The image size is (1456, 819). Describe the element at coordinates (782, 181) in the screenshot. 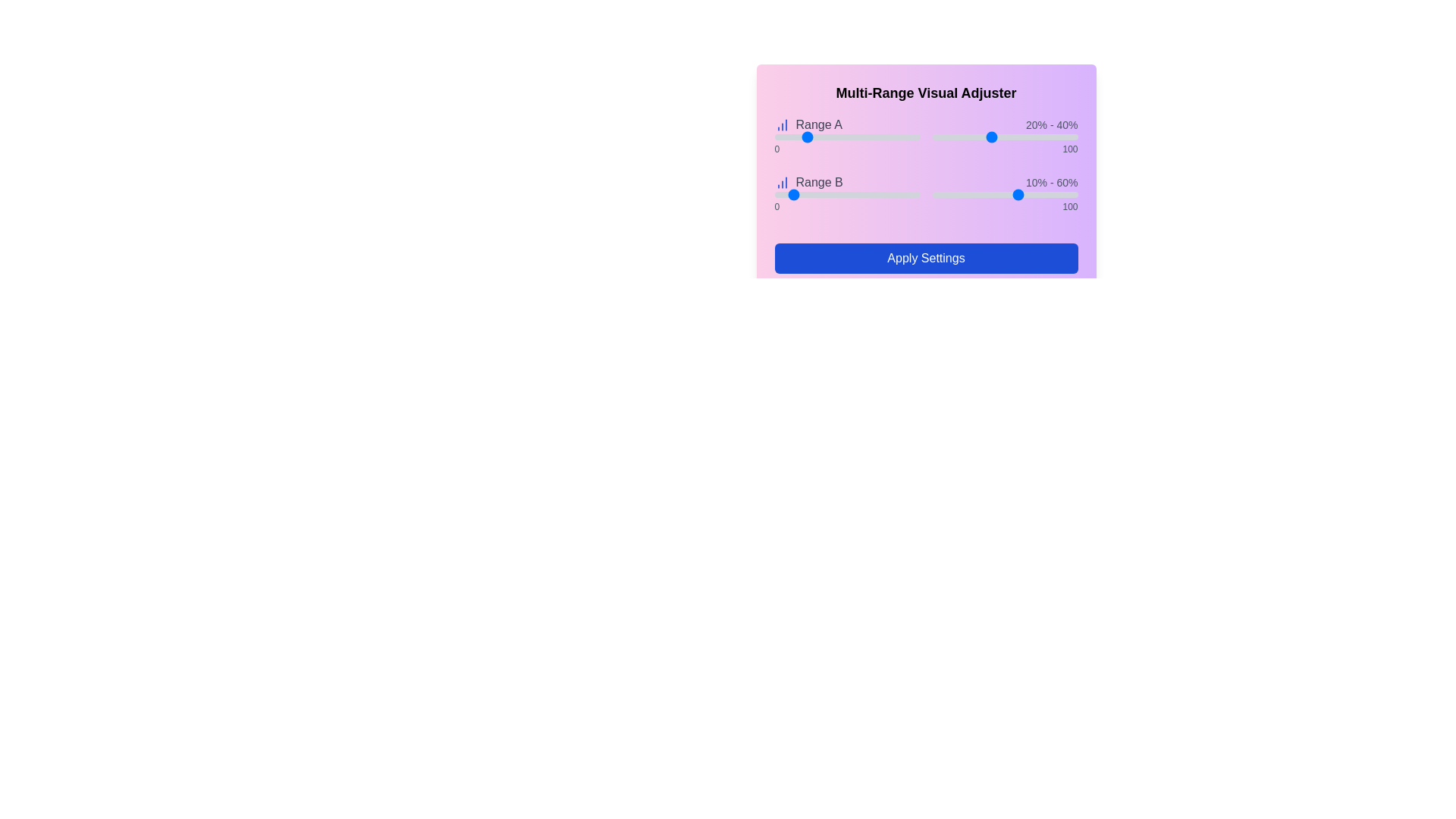

I see `the icon representing metrics related to 'Range B', located to the left of the text 'Range B' in the middle section of the interface` at that location.